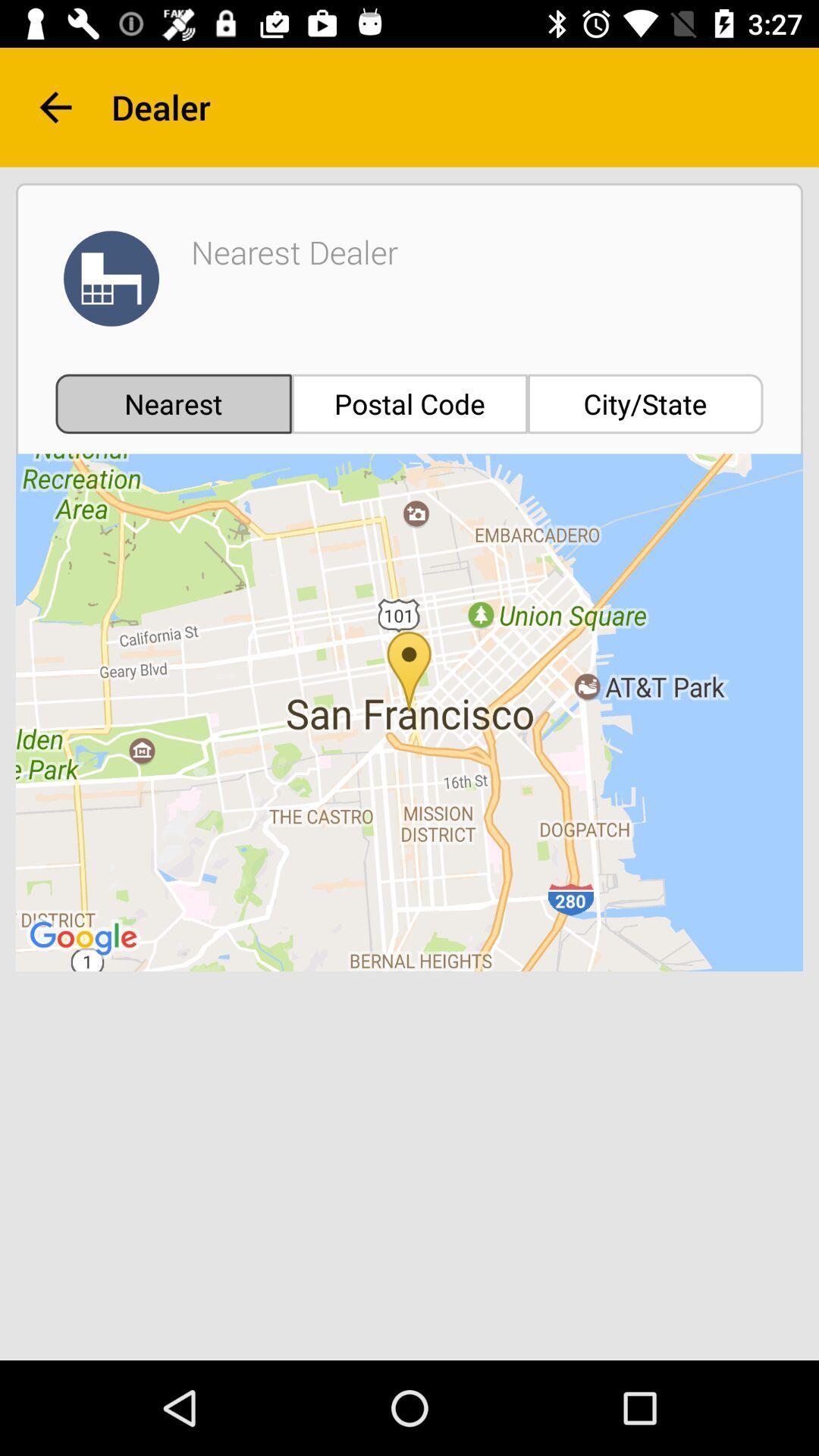 The width and height of the screenshot is (819, 1456). Describe the element at coordinates (409, 403) in the screenshot. I see `the item next to the nearest item` at that location.